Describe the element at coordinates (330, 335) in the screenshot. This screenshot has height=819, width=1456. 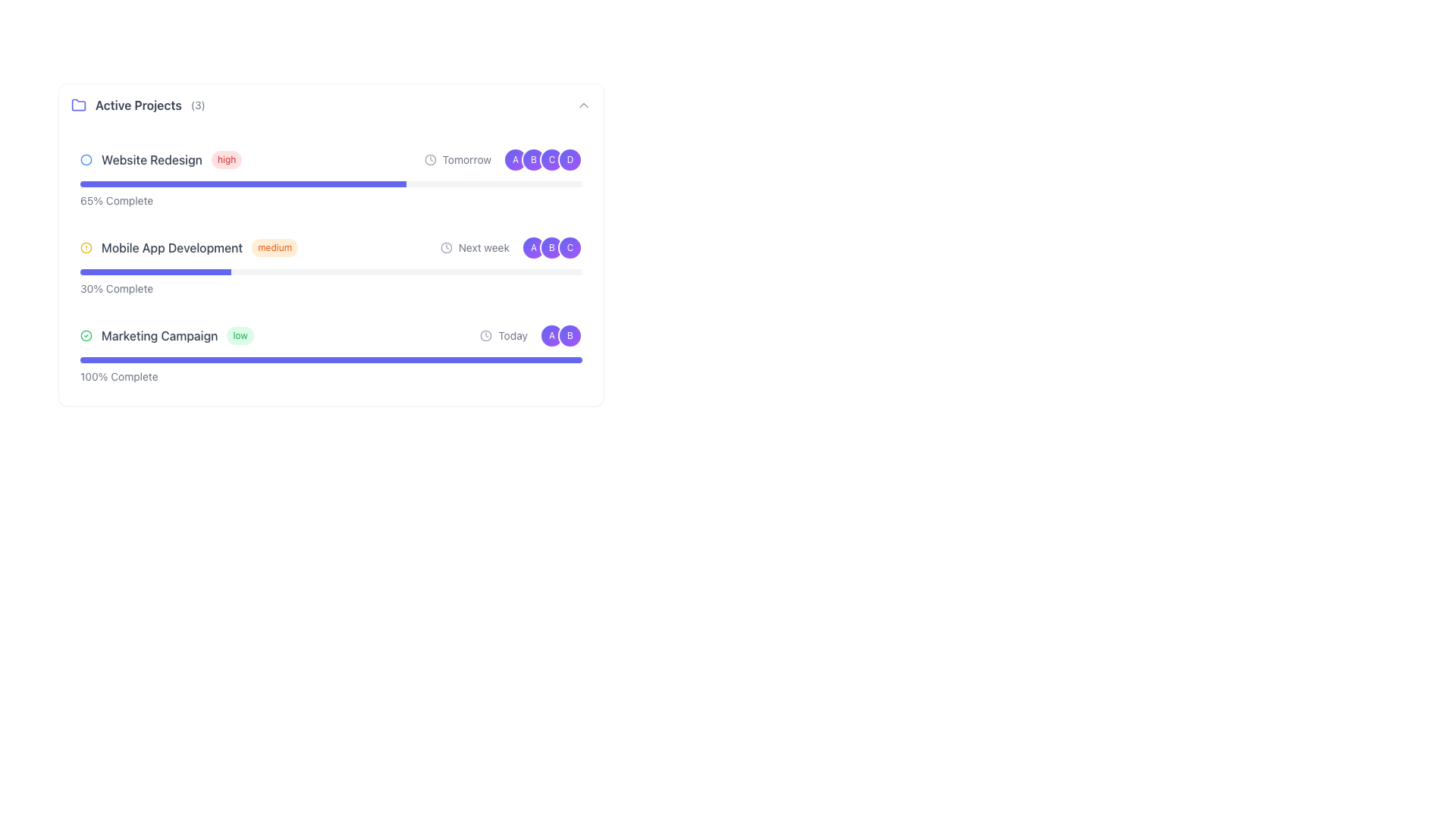
I see `the 'Marketing Campaign' project card in the 'Active Projects' section, which is the third row in the list and contains details about a low-priority project scheduled for today with participants 'A' and 'B'` at that location.